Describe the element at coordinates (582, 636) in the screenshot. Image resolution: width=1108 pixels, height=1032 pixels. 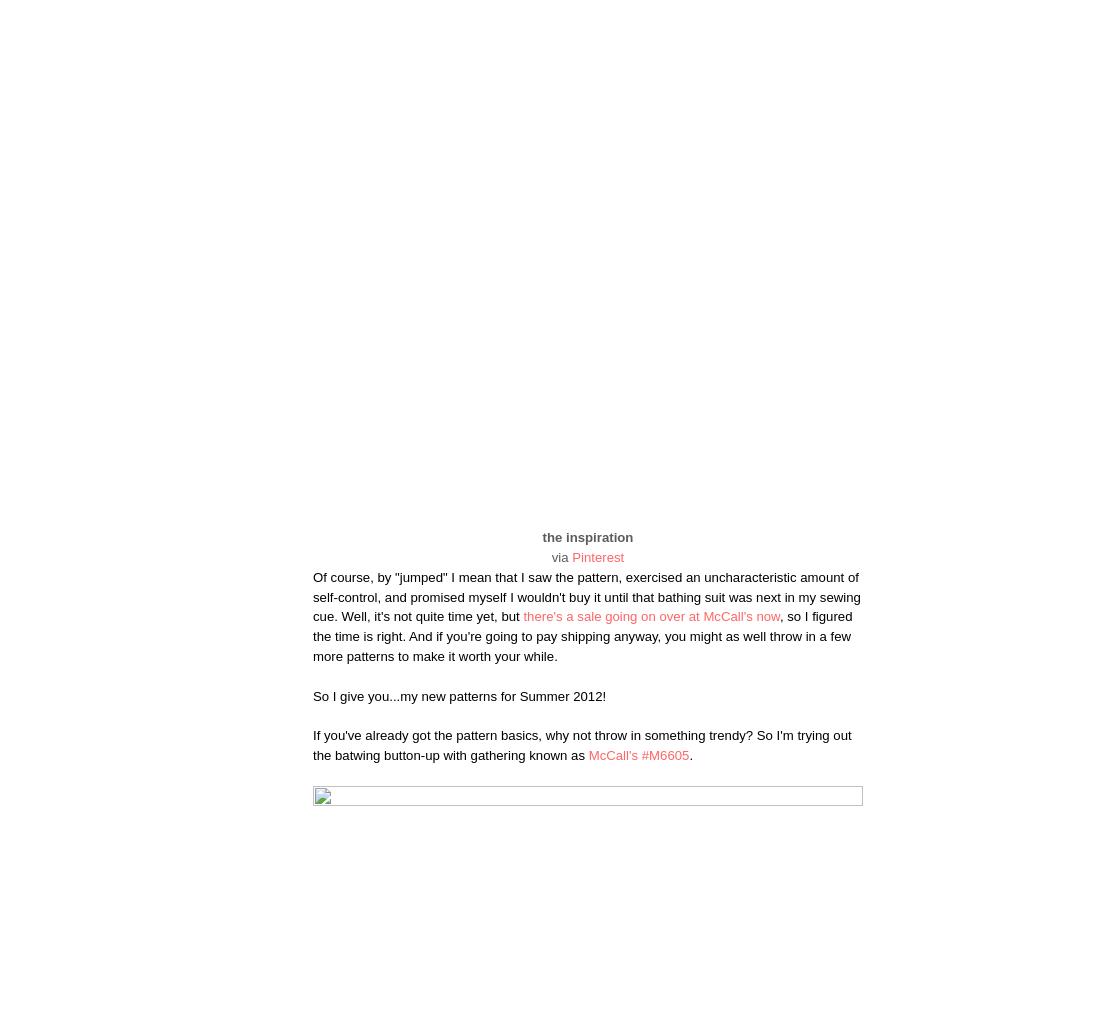
I see `', so I figured the time is right. And if you're going to pay shipping anyway, you might as well throw in a few more patterns to make it worth your while.'` at that location.